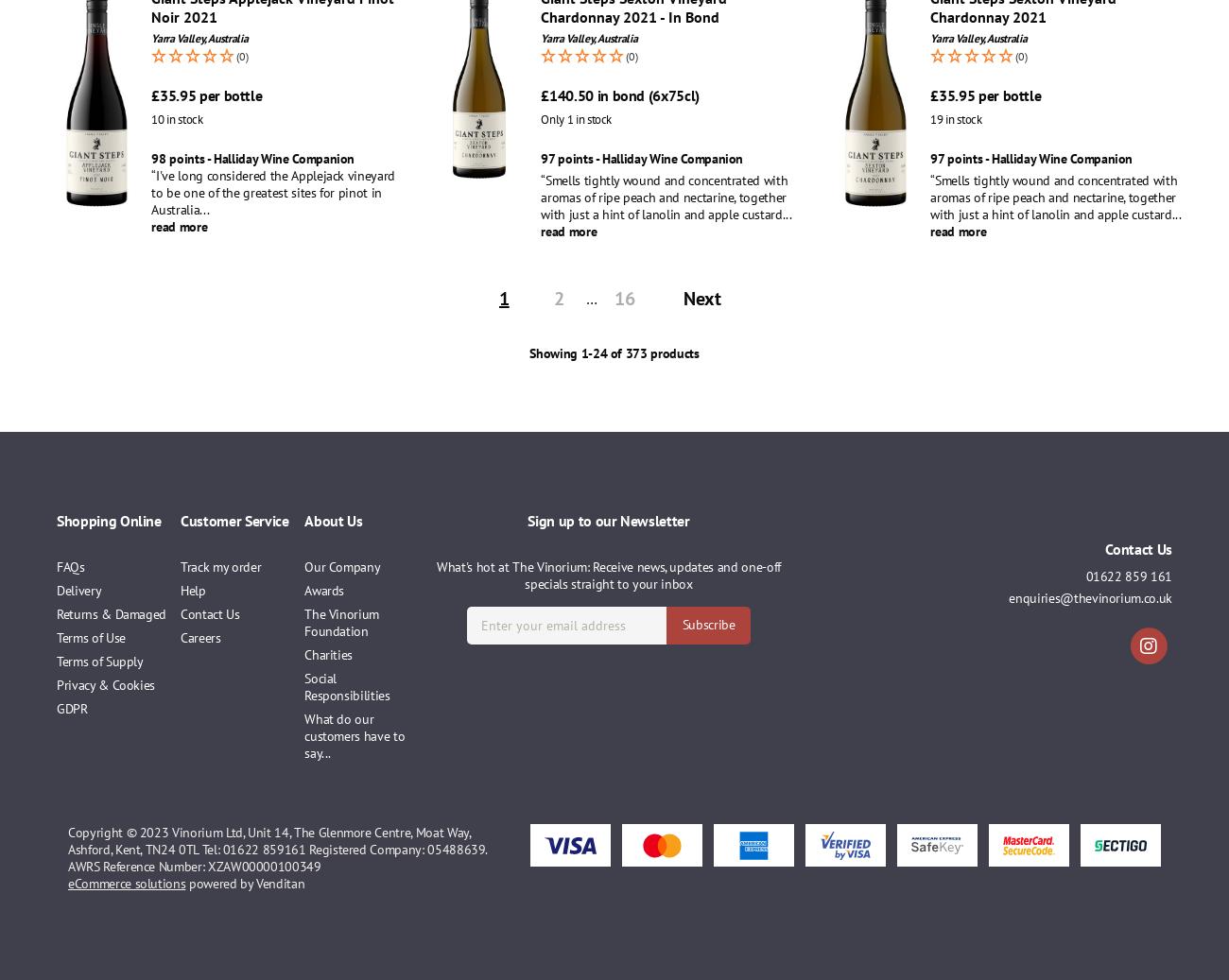 This screenshot has height=980, width=1229. What do you see at coordinates (70, 567) in the screenshot?
I see `'FAQs'` at bounding box center [70, 567].